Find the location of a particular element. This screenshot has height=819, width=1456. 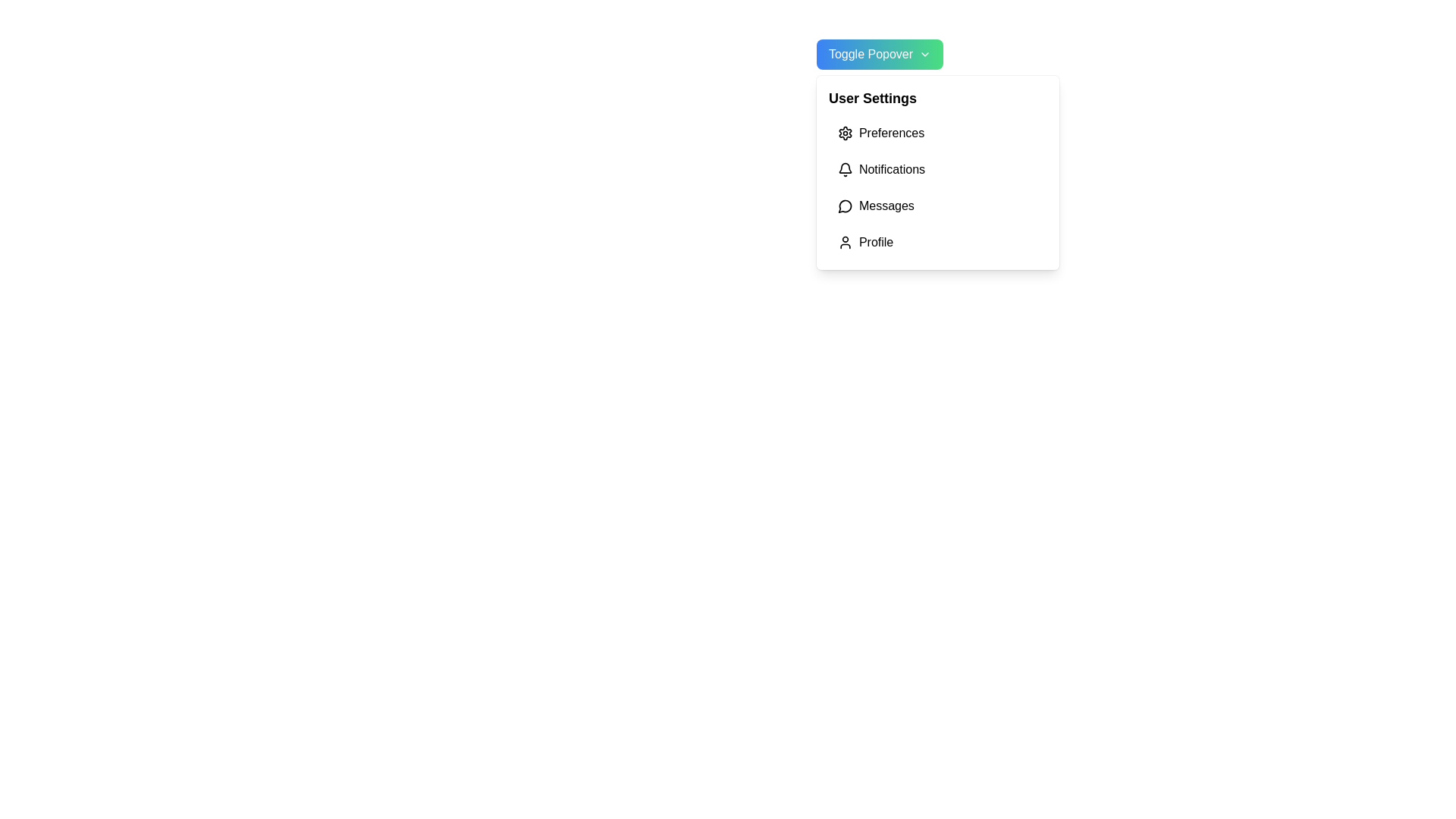

the 'Toggle Popover' button with a gradient background transitioning from blue to green, located at the top-right section of the interface is located at coordinates (880, 54).